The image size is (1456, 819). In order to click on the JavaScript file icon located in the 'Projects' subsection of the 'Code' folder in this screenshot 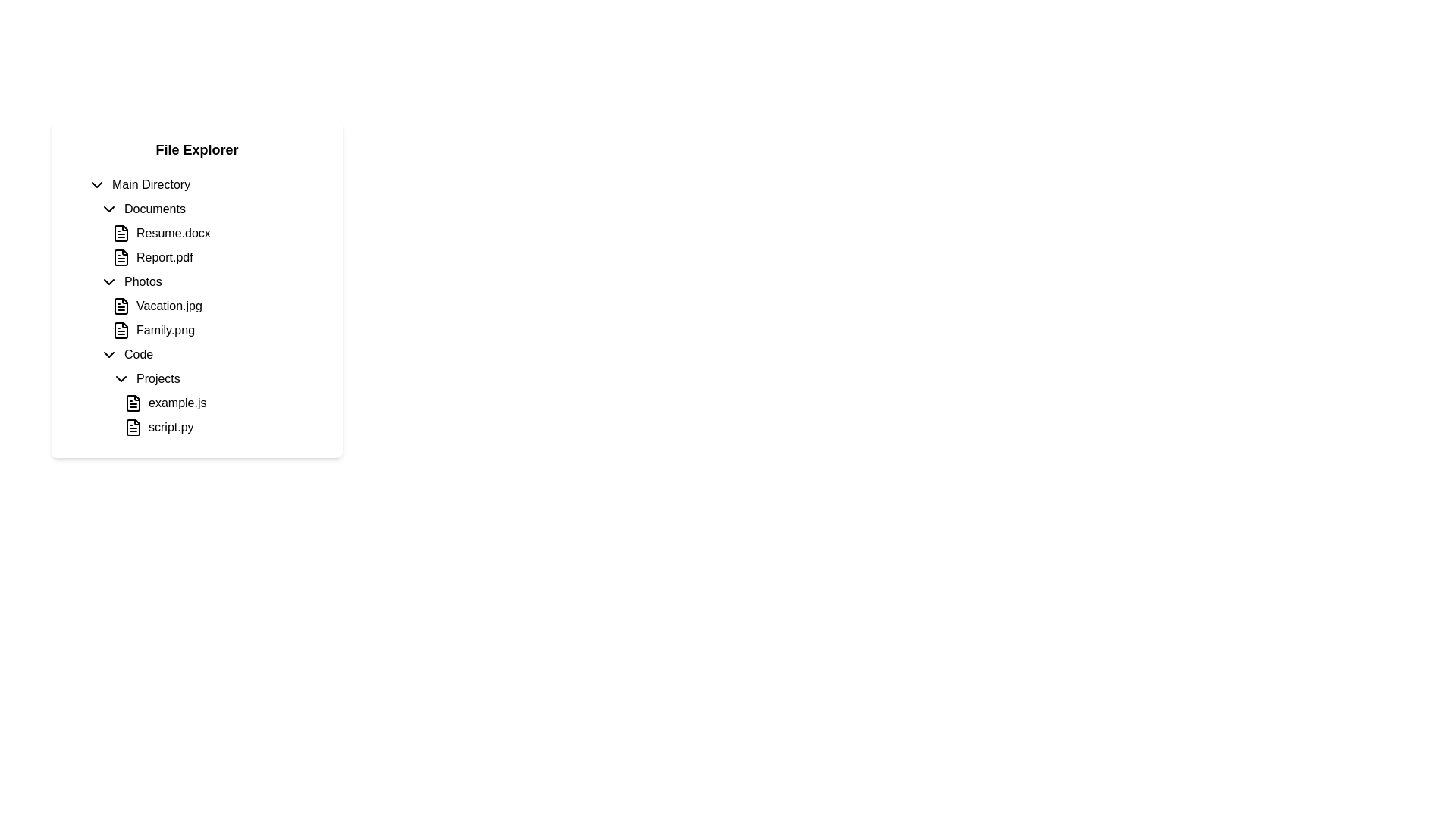, I will do `click(133, 403)`.